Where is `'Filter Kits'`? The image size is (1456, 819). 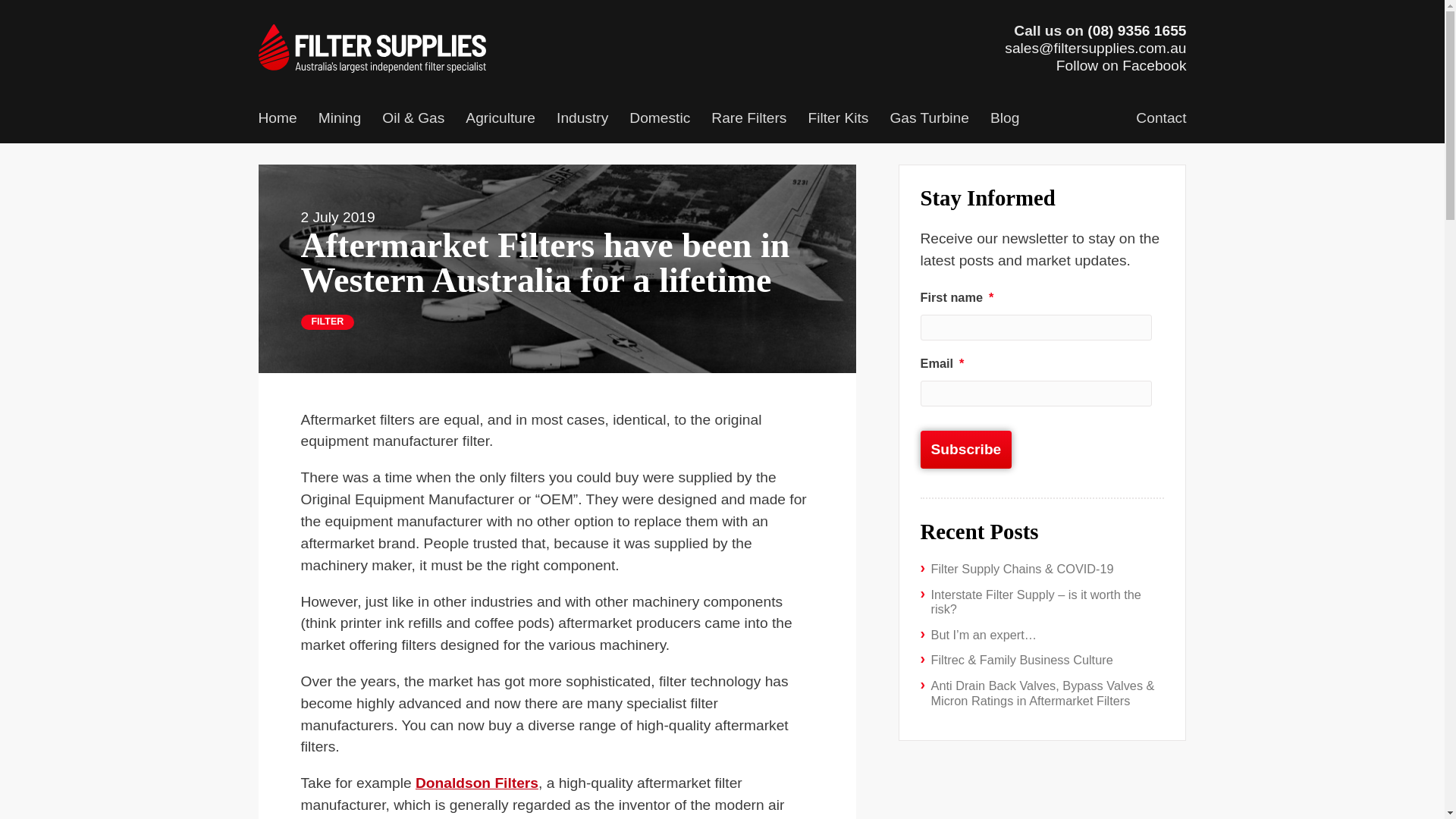
'Filter Kits' is located at coordinates (836, 119).